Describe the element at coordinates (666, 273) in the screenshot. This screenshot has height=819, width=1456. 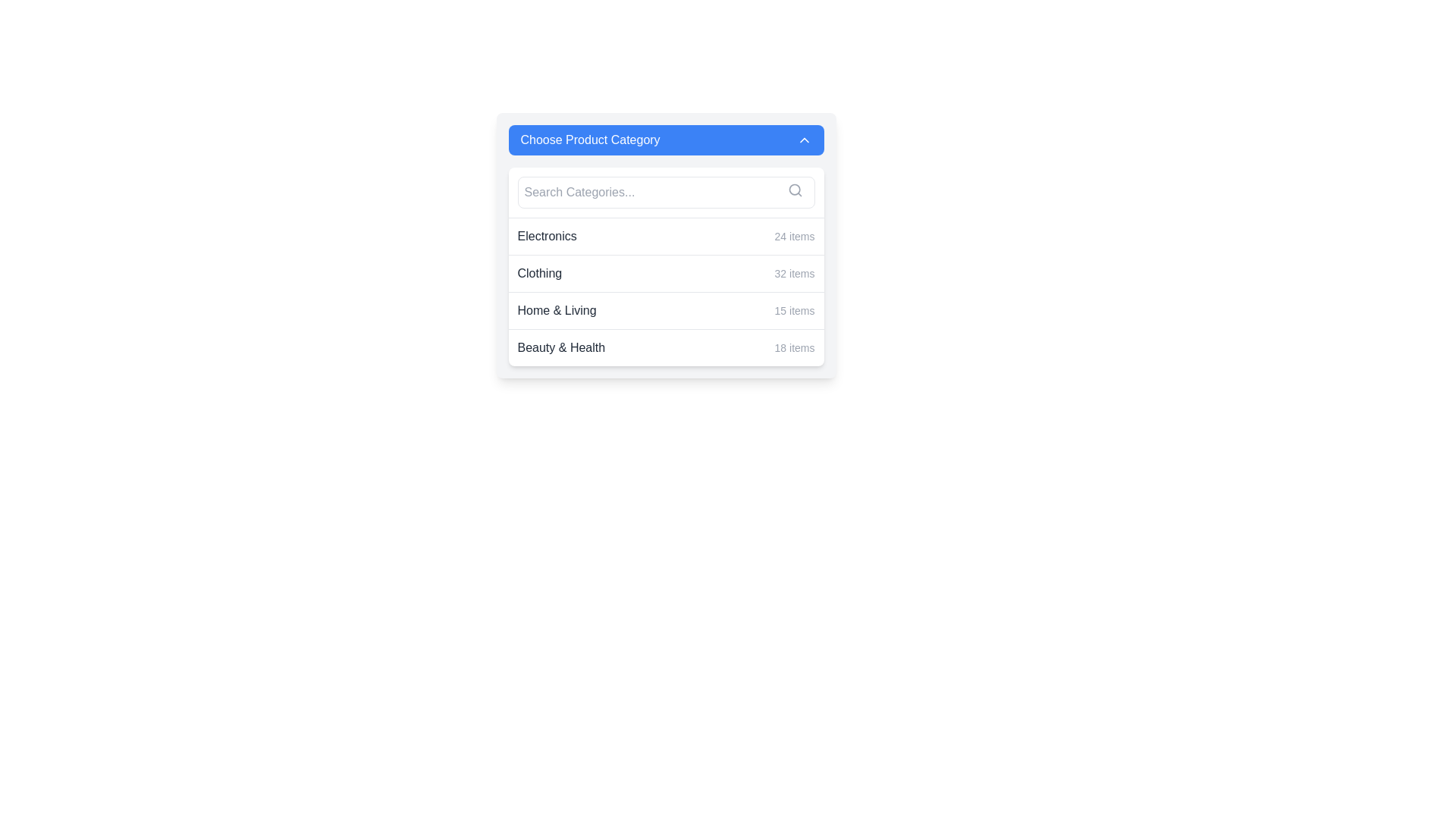
I see `the 'Clothing' list item in the dropdown menu` at that location.